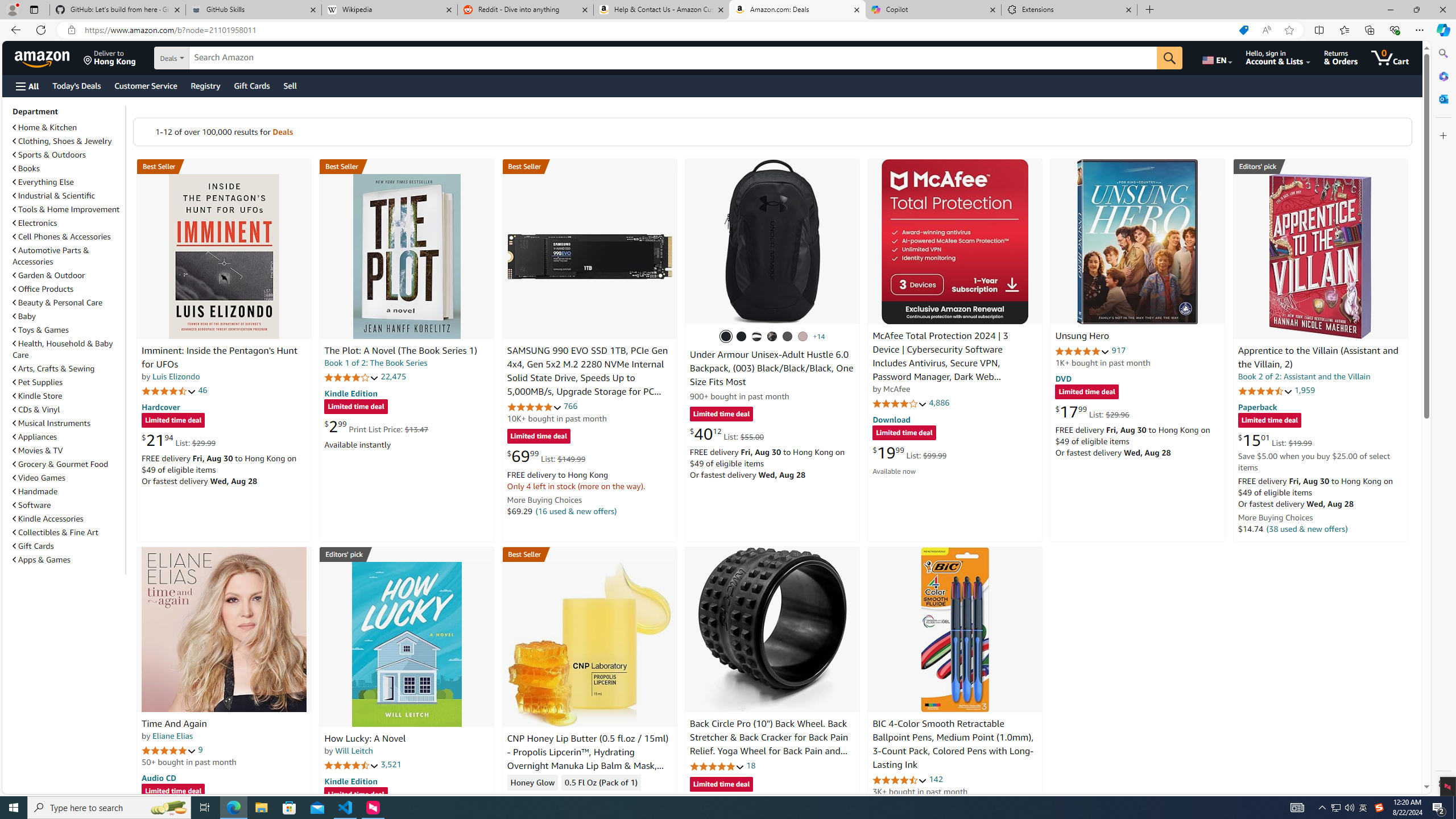  What do you see at coordinates (67, 222) in the screenshot?
I see `'Electronics'` at bounding box center [67, 222].